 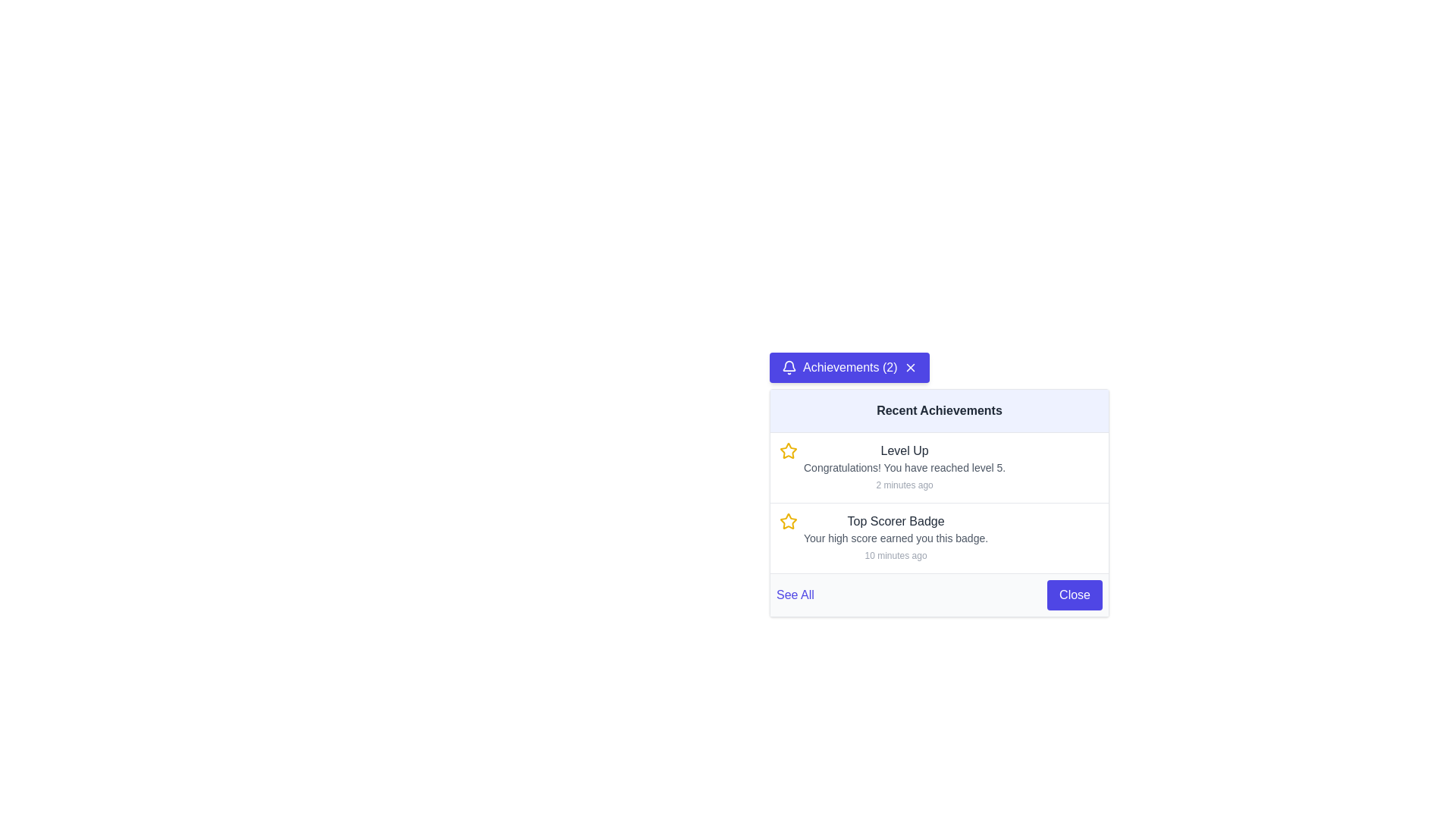 I want to click on the close icon located at the top-right corner of the 'Achievements' modal window, so click(x=910, y=368).